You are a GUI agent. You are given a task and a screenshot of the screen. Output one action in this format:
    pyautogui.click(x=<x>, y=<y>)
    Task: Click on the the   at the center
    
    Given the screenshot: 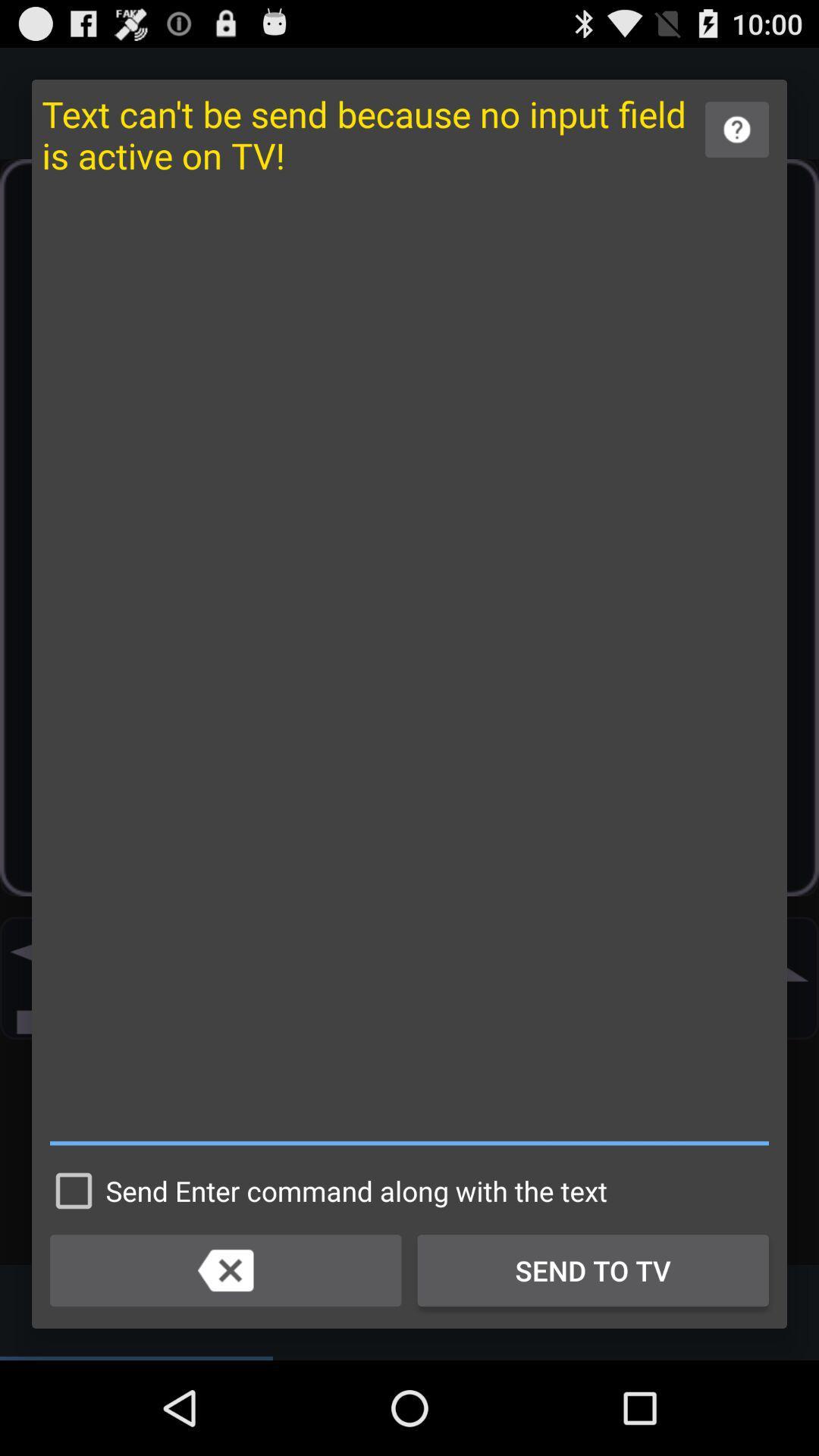 What is the action you would take?
    pyautogui.click(x=409, y=668)
    